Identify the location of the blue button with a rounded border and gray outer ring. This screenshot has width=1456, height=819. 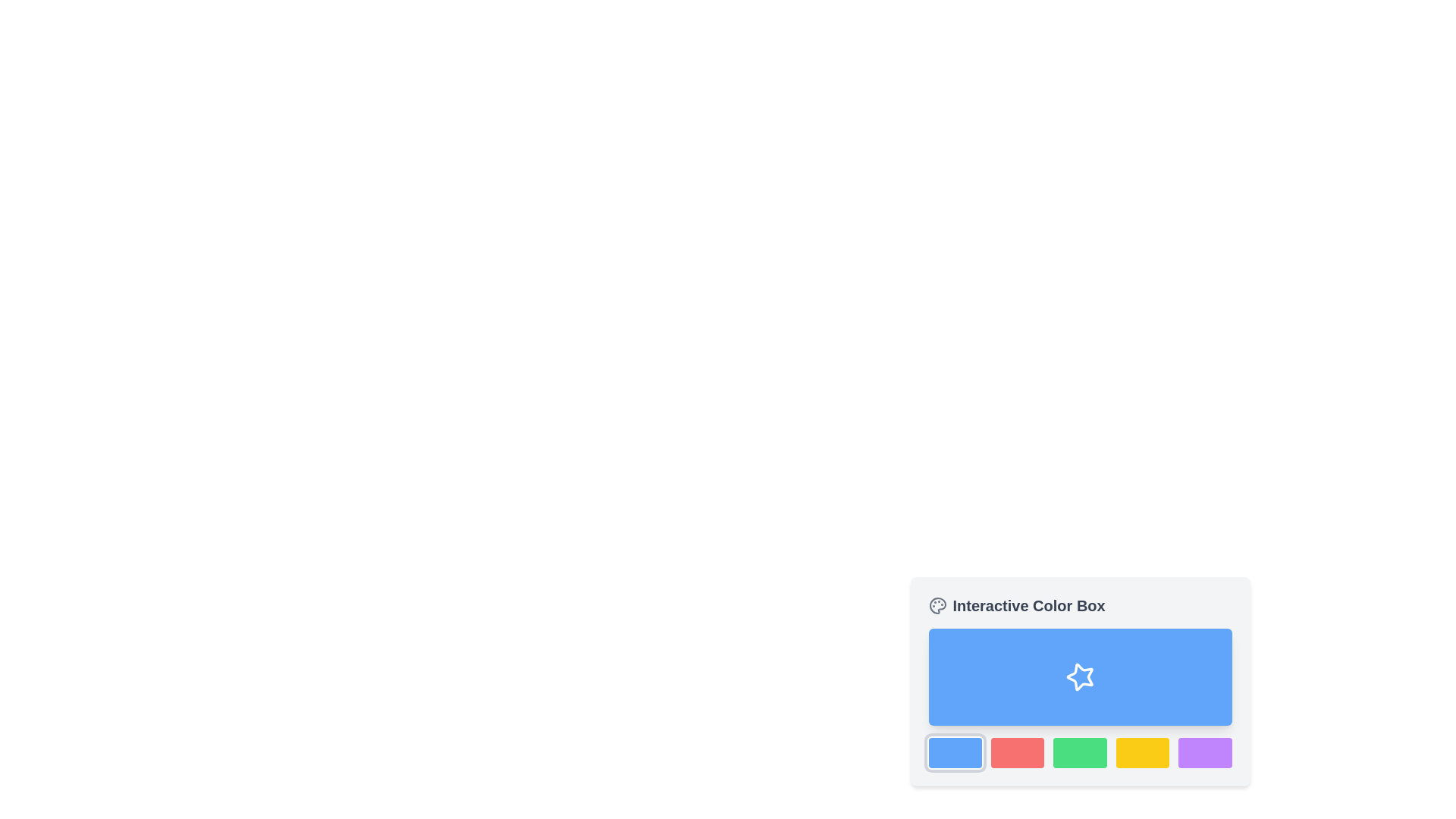
(954, 752).